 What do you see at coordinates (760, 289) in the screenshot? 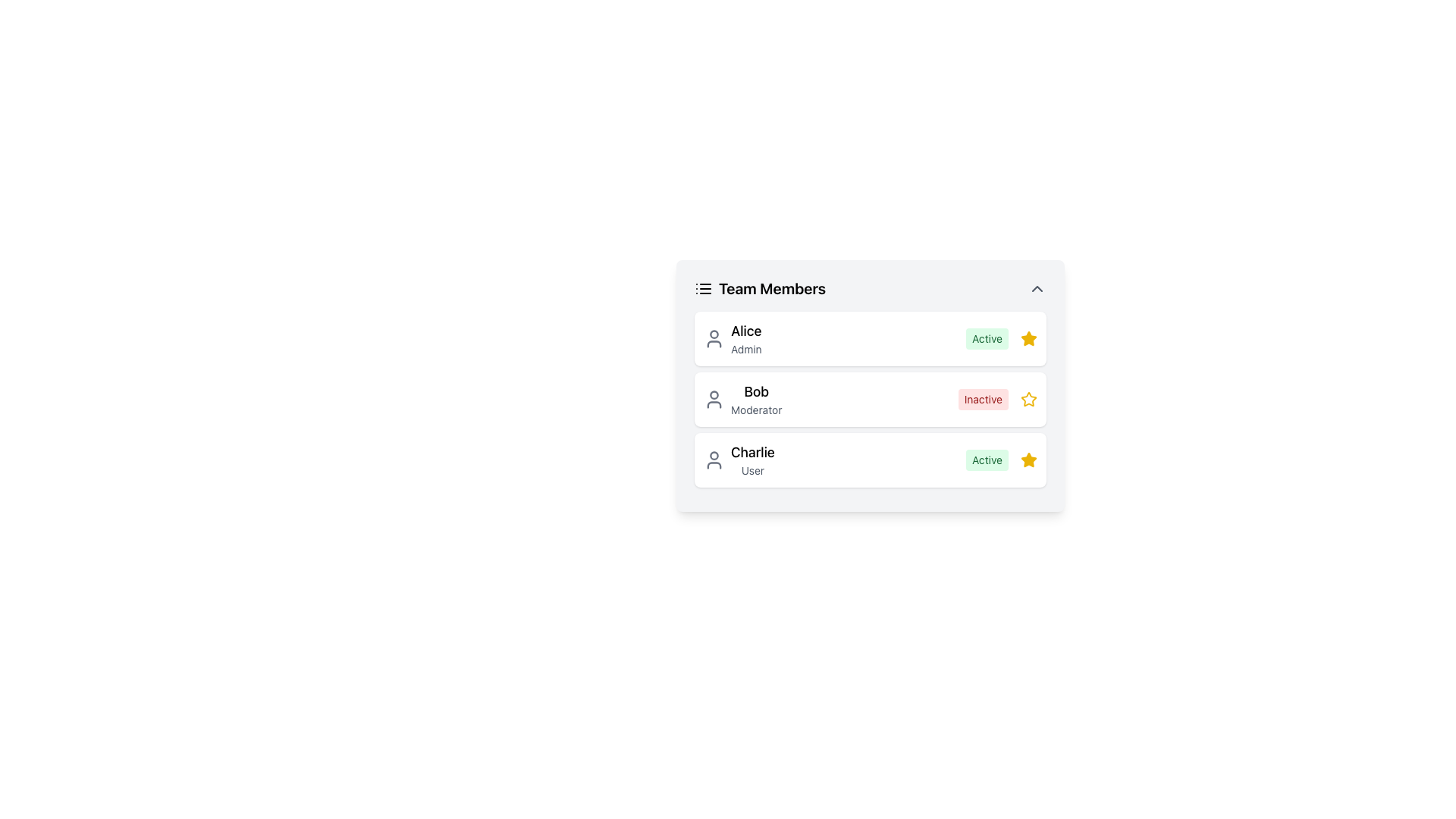
I see `the Label or Heading with an Icon that serves as the title for the team members section` at bounding box center [760, 289].